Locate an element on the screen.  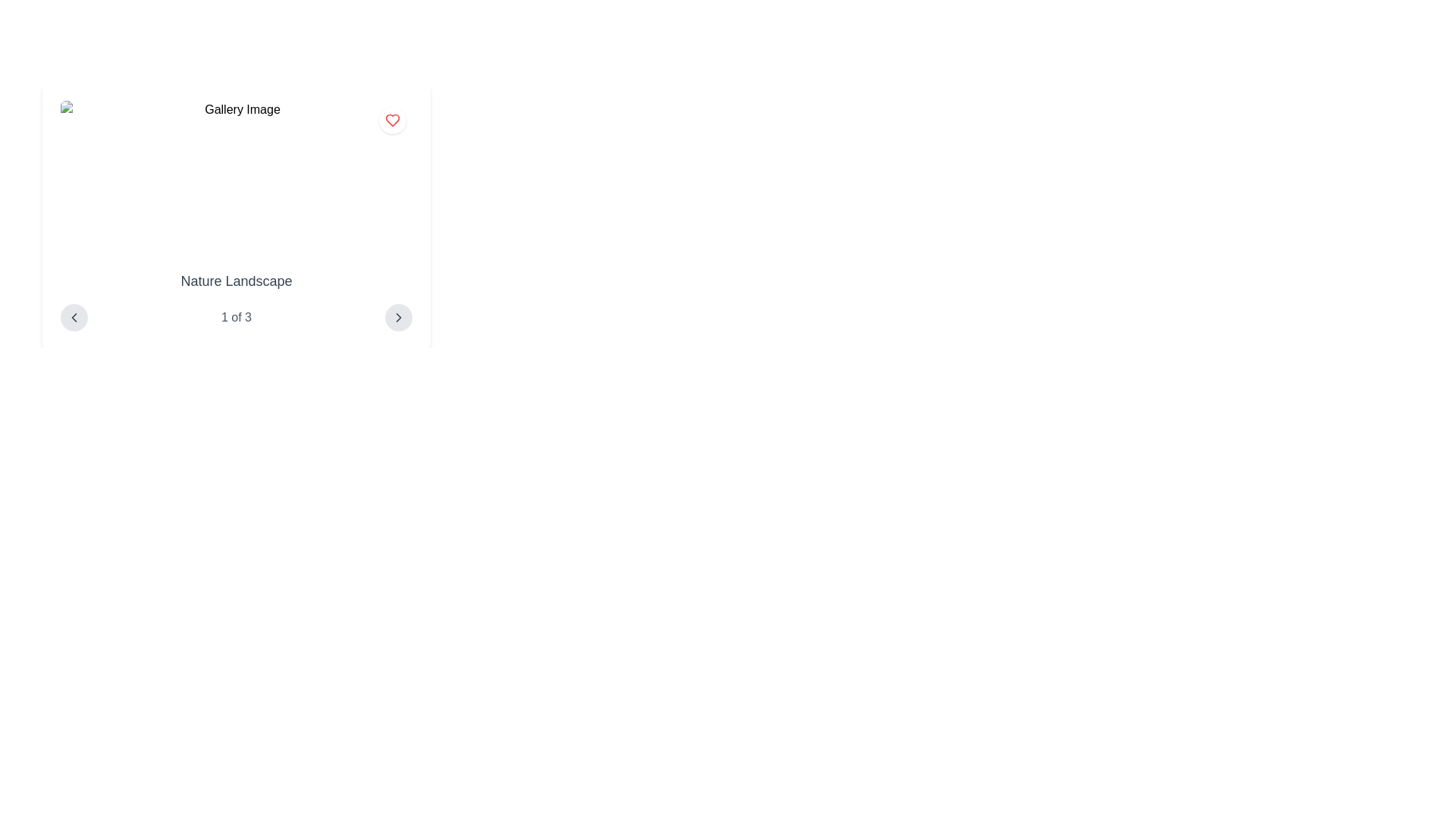
the heart icon located in the top-right corner of the gallery interface is located at coordinates (393, 119).